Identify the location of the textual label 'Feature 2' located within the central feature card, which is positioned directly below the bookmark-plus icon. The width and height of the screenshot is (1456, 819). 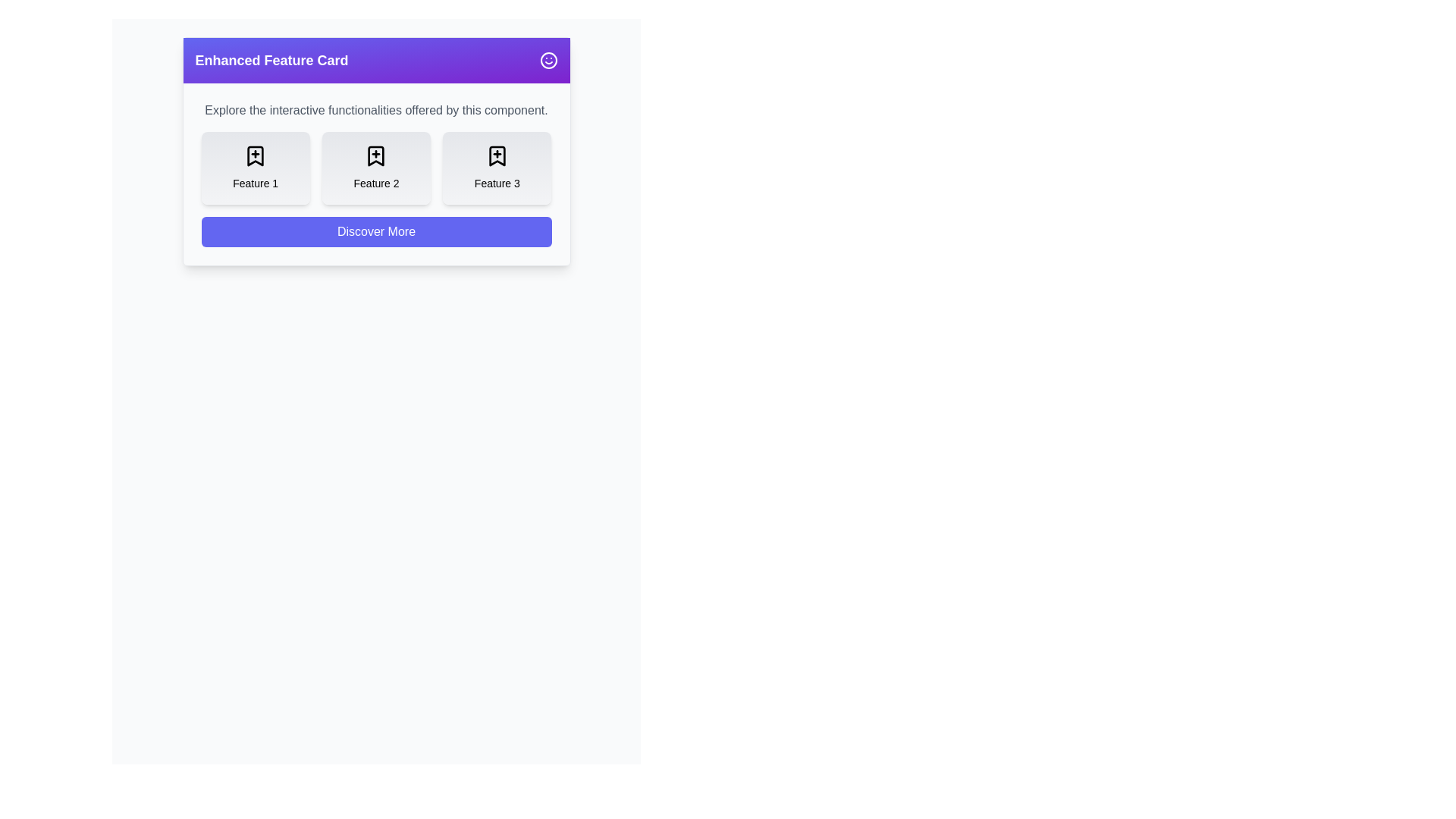
(376, 183).